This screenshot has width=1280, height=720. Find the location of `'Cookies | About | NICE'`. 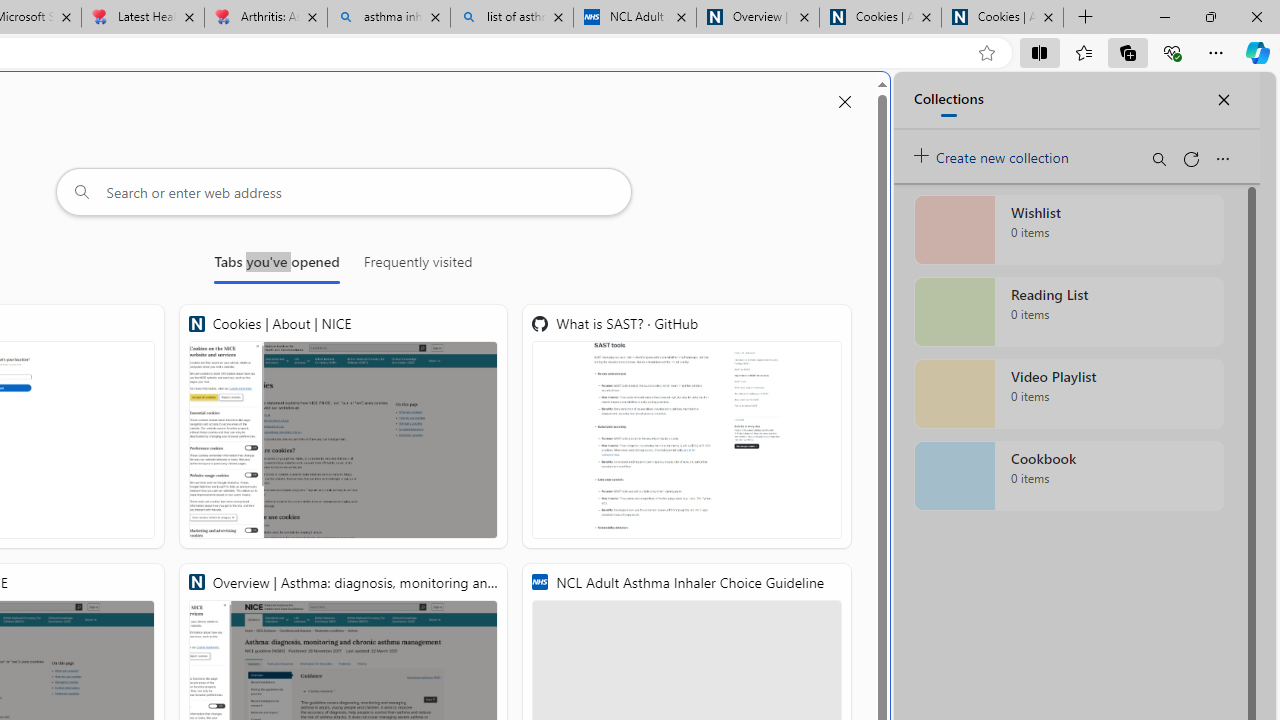

'Cookies | About | NICE' is located at coordinates (343, 425).